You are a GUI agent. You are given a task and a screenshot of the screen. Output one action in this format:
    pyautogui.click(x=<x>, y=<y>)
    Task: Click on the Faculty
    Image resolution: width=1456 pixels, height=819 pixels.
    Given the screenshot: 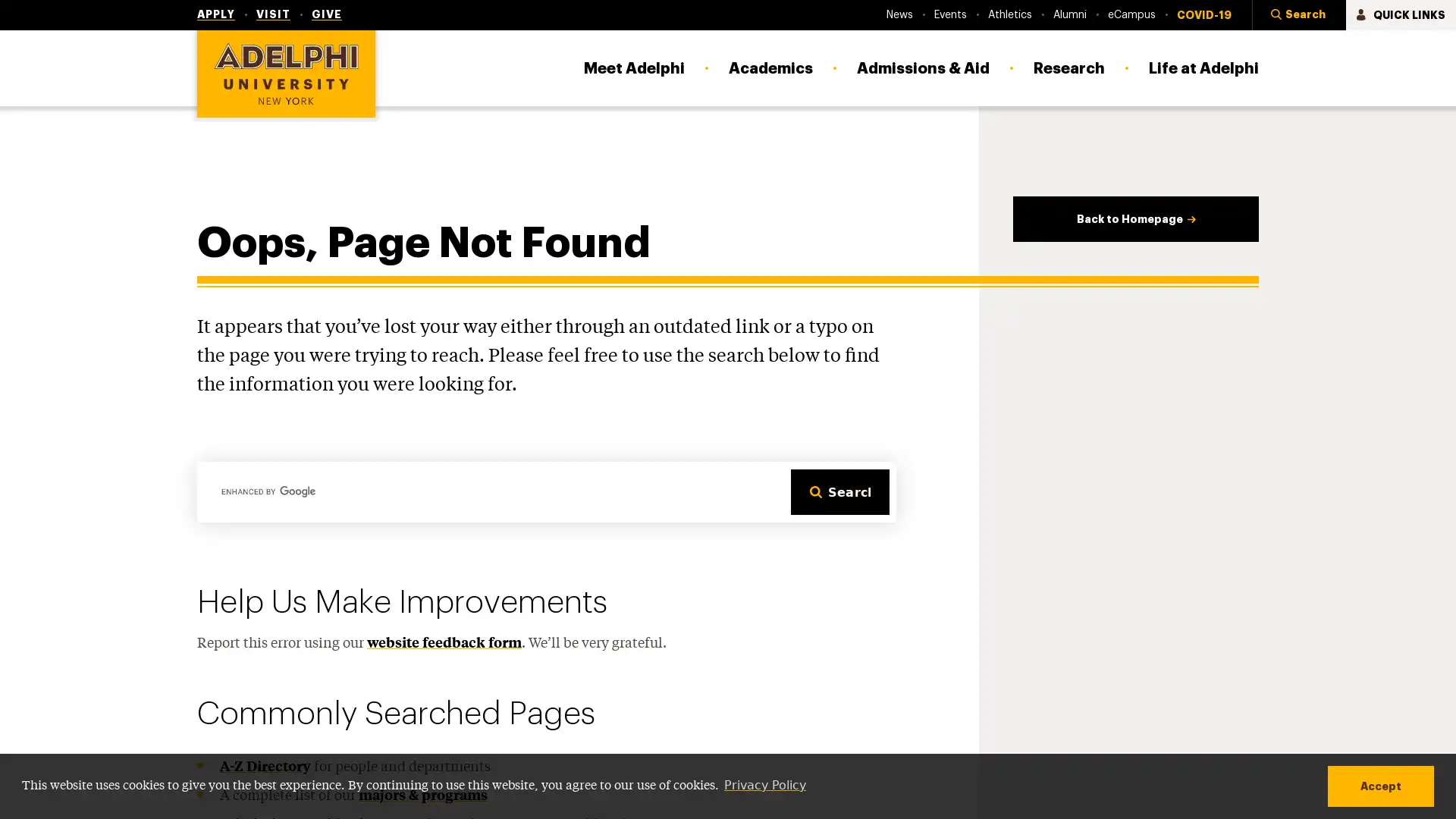 What is the action you would take?
    pyautogui.click(x=1015, y=115)
    